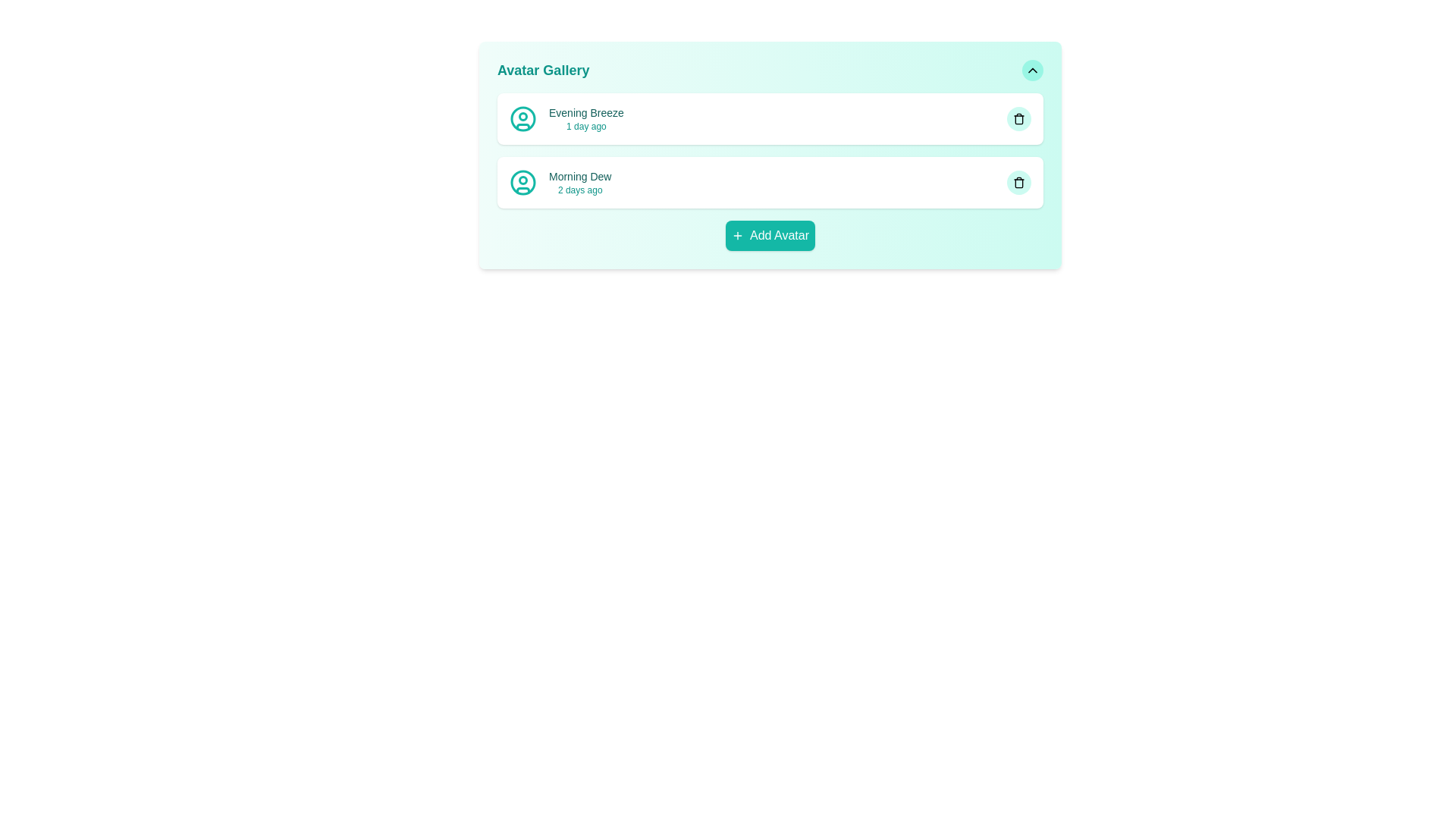  Describe the element at coordinates (566, 118) in the screenshot. I see `the first user entry in the list` at that location.